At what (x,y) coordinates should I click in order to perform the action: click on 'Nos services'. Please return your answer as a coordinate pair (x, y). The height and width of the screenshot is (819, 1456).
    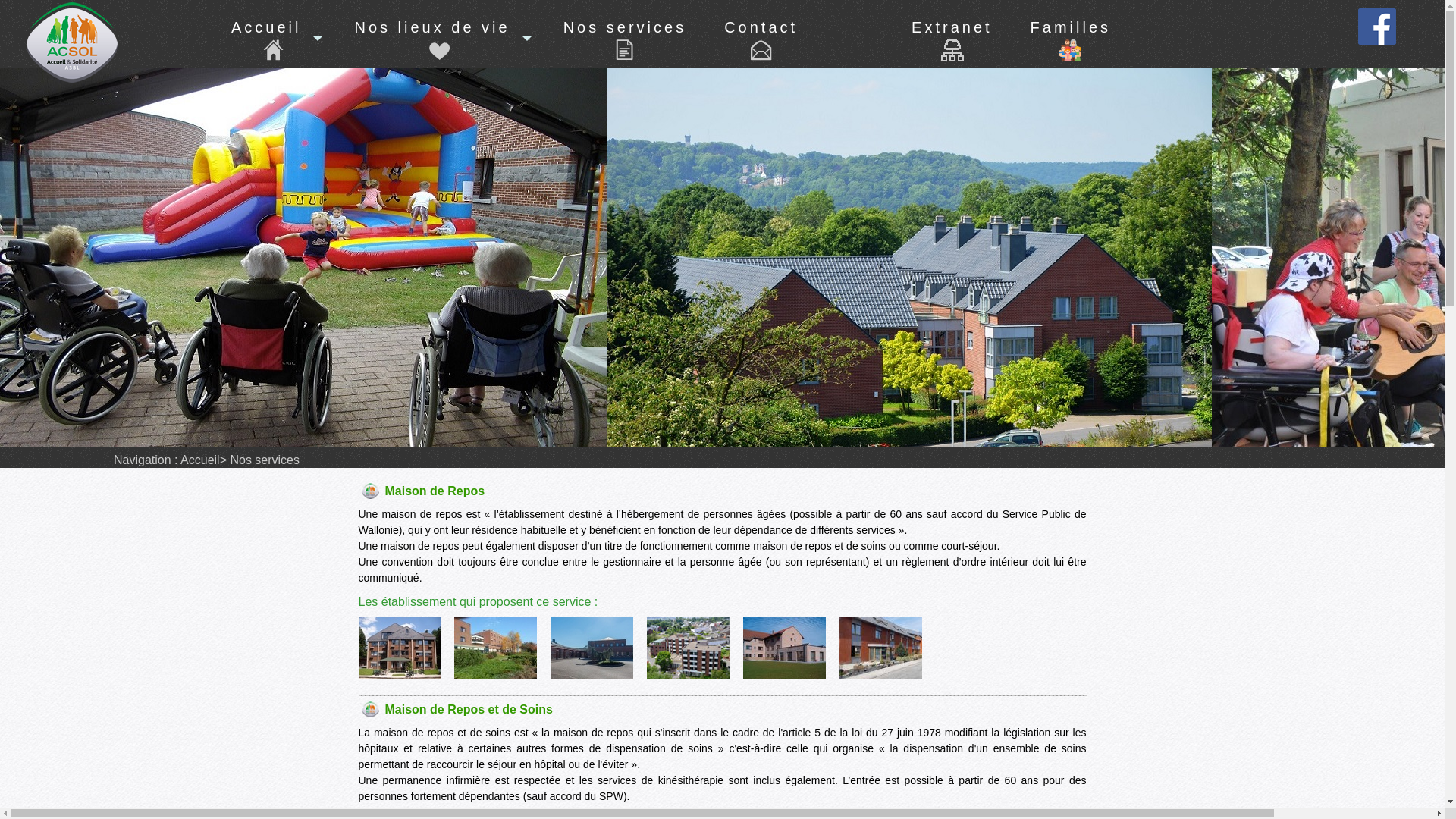
    Looking at the image, I should click on (225, 459).